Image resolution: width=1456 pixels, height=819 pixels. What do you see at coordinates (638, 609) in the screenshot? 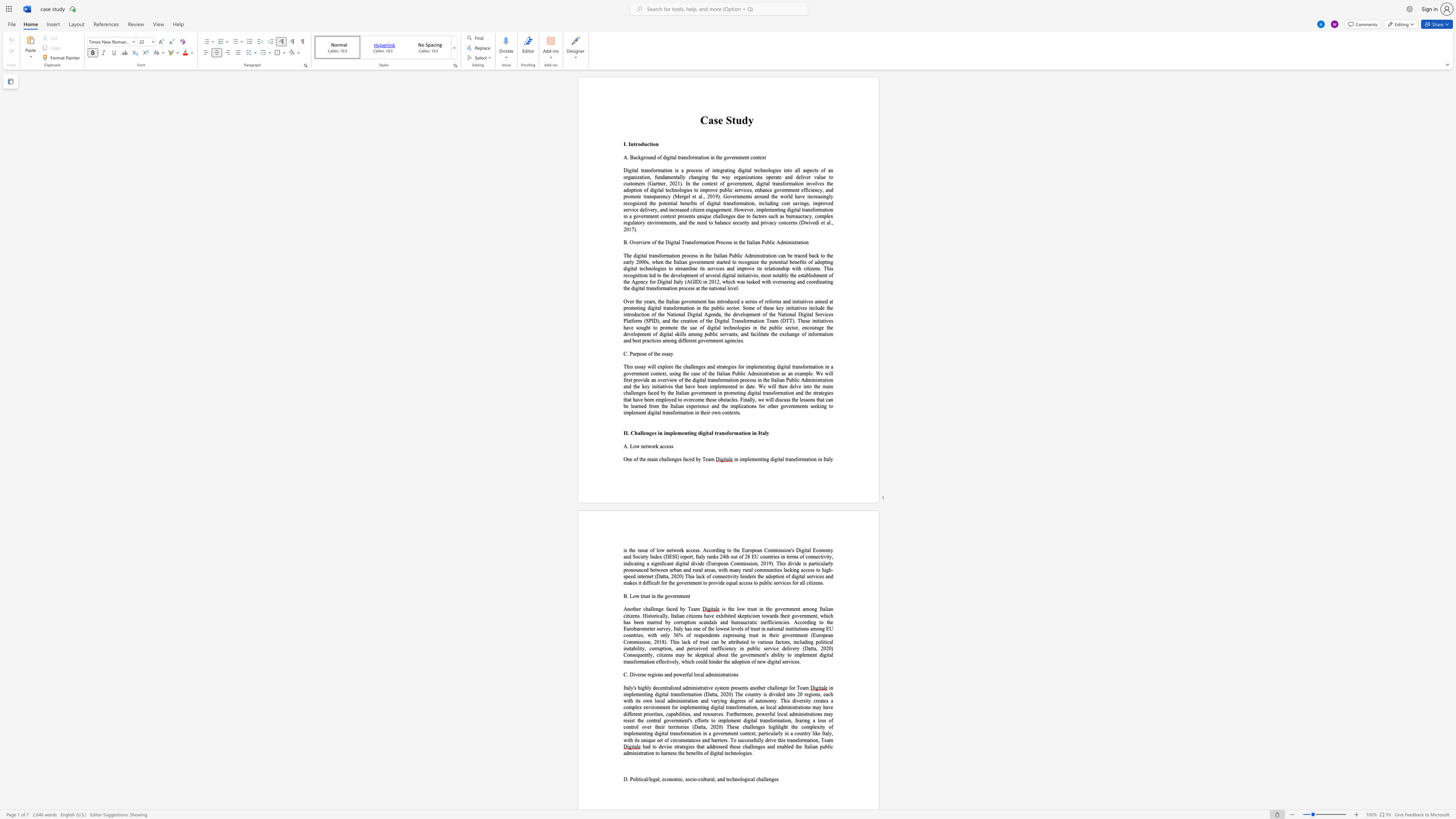
I see `the subset text "r challenge faced by Tea" within the text "Another challenge faced by Team"` at bounding box center [638, 609].